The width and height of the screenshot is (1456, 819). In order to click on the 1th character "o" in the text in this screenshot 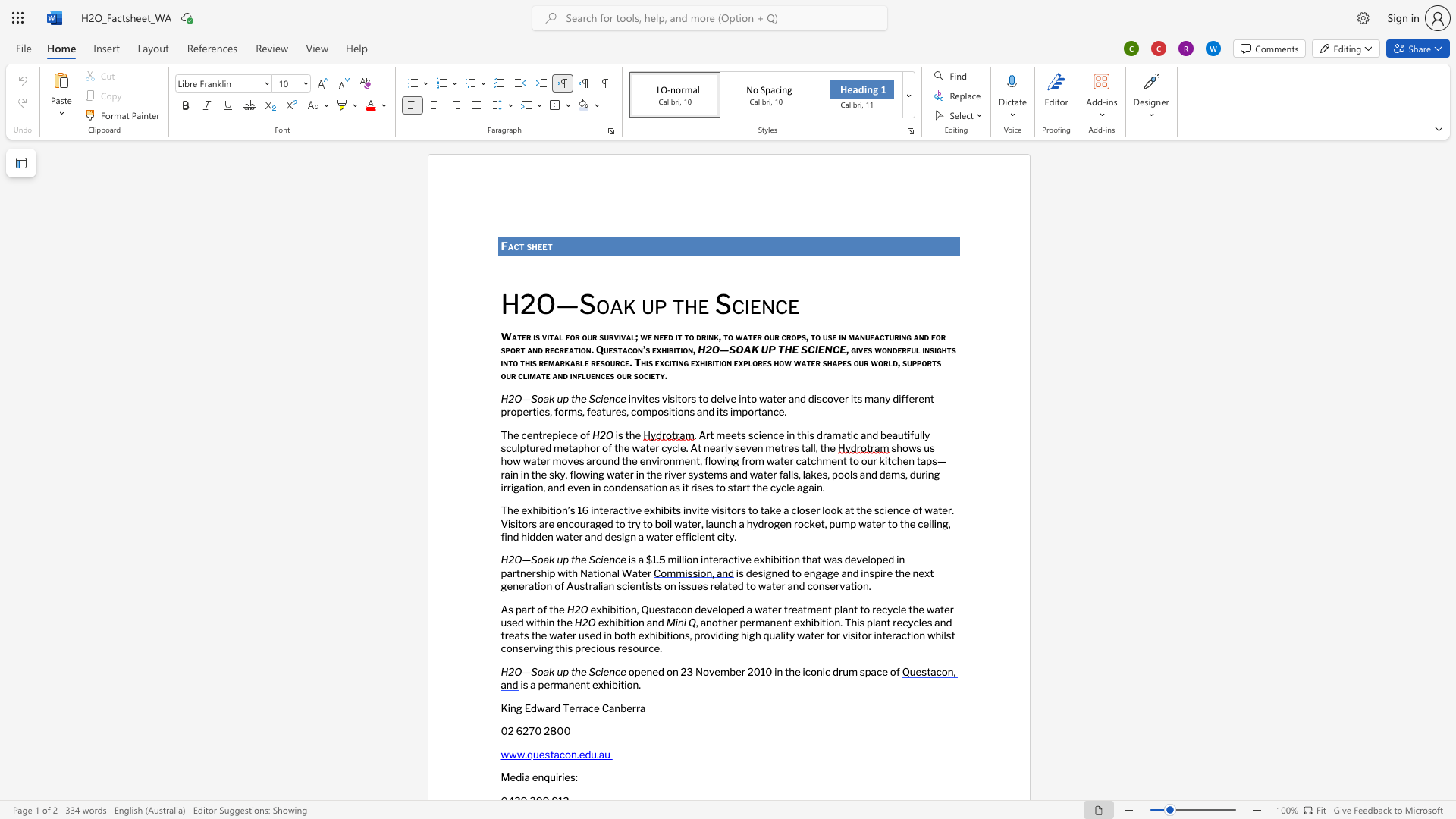, I will do `click(639, 412)`.